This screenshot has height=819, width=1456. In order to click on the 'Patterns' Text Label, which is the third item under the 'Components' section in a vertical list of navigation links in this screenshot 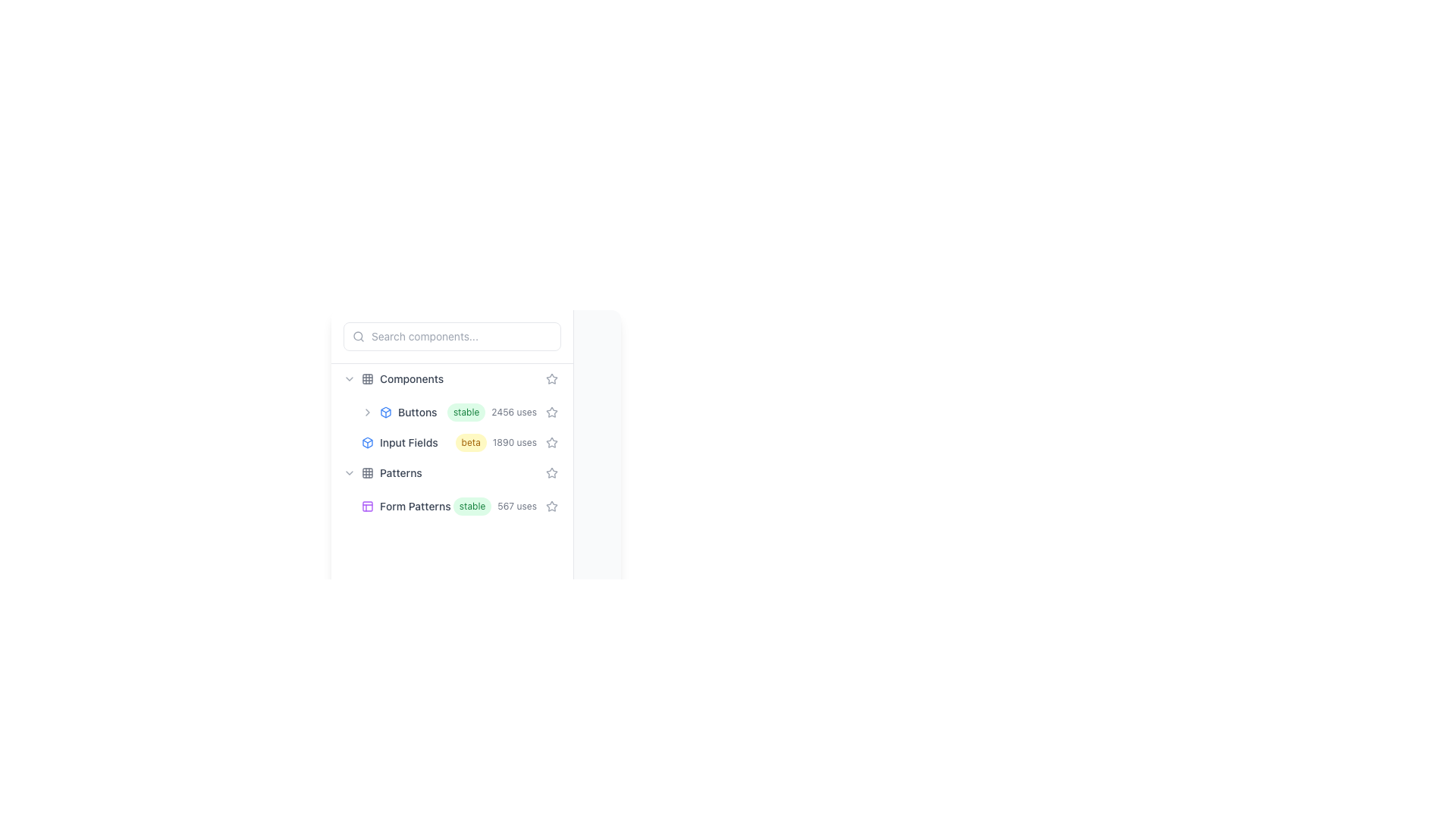, I will do `click(400, 472)`.